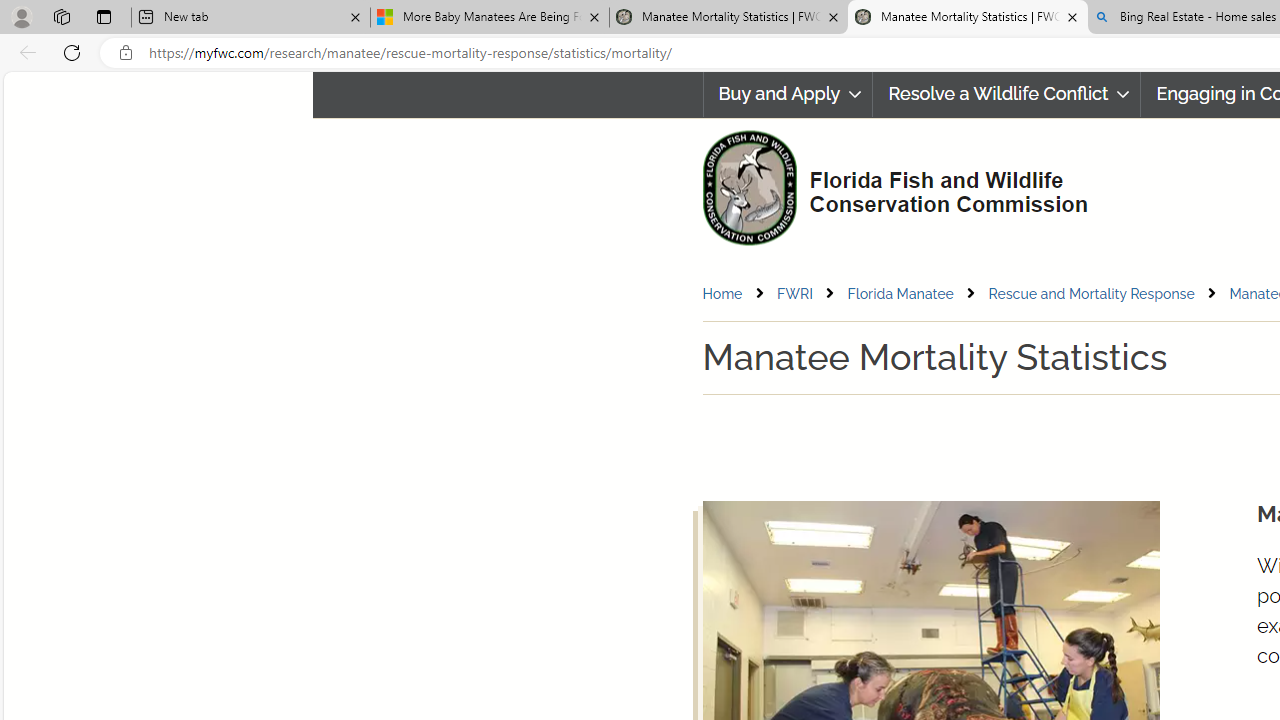 The height and width of the screenshot is (720, 1280). What do you see at coordinates (886, 185) in the screenshot?
I see `'FWC Logo Florida Fish and Wildlife Conservation Commission'` at bounding box center [886, 185].